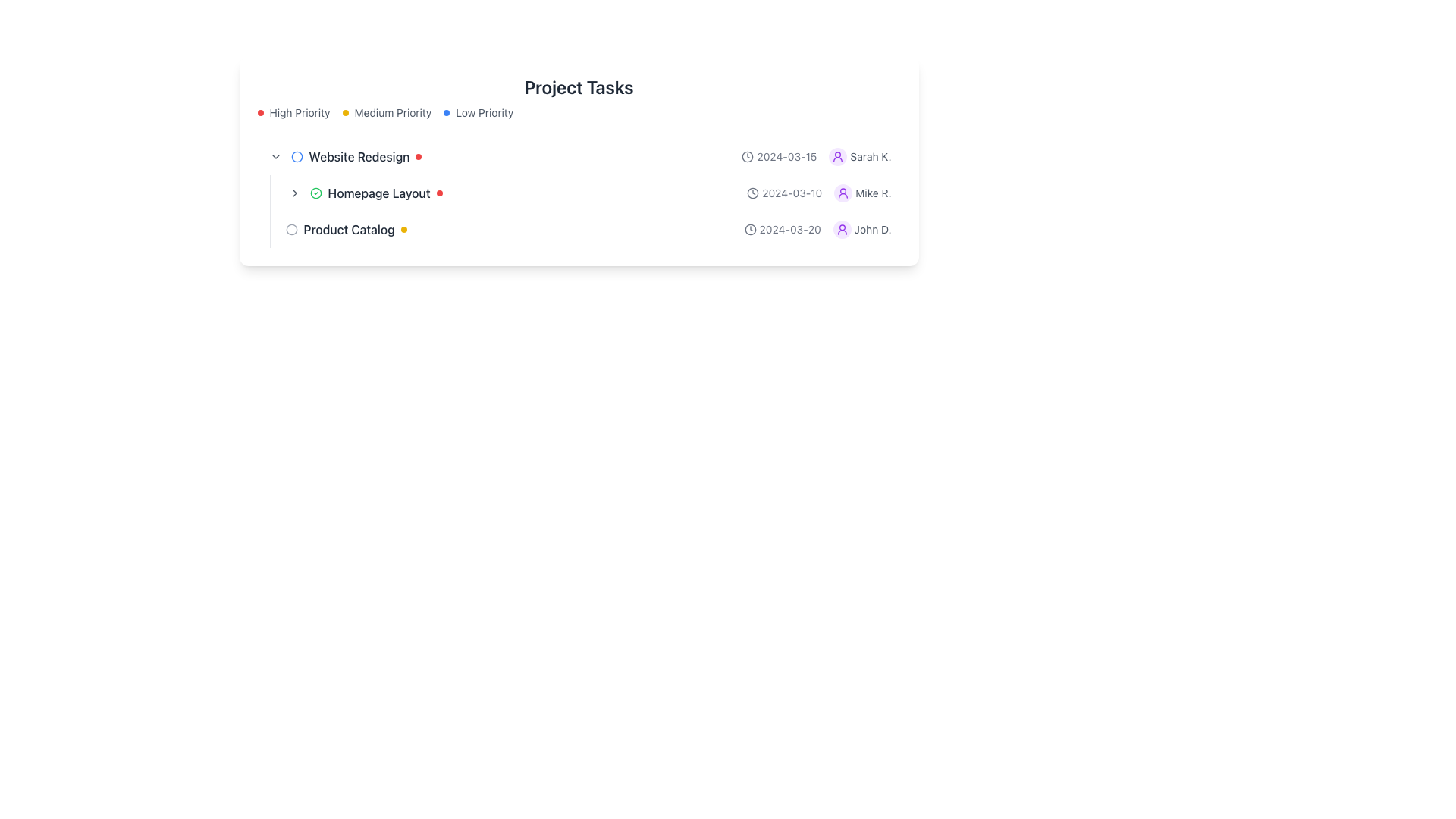 The image size is (1456, 819). Describe the element at coordinates (315, 192) in the screenshot. I see `the Circle element within the SVG graphic that serves as a visual indicator for the checked status next to 'Homepage Layout'` at that location.